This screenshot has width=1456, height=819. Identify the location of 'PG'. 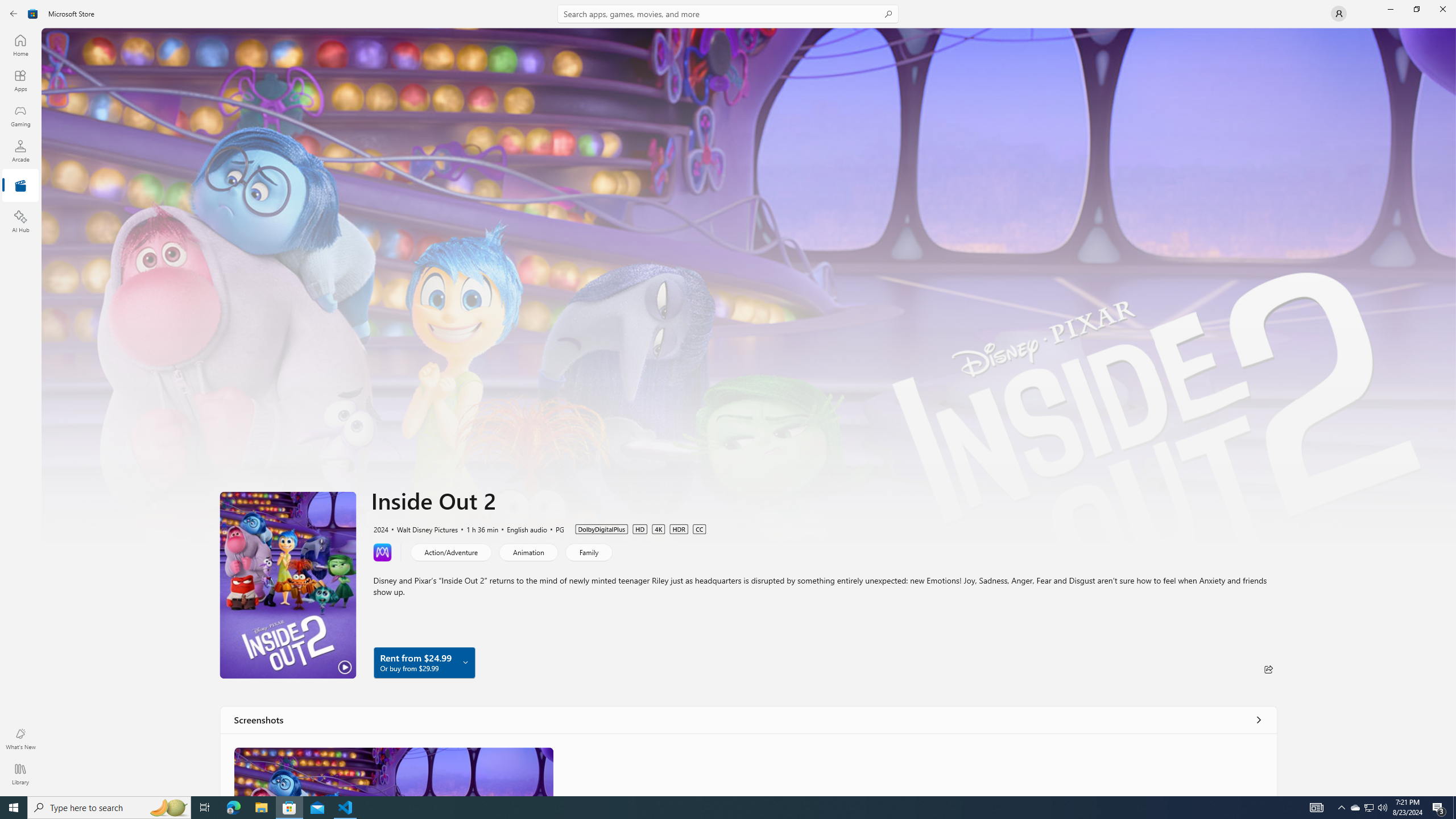
(554, 528).